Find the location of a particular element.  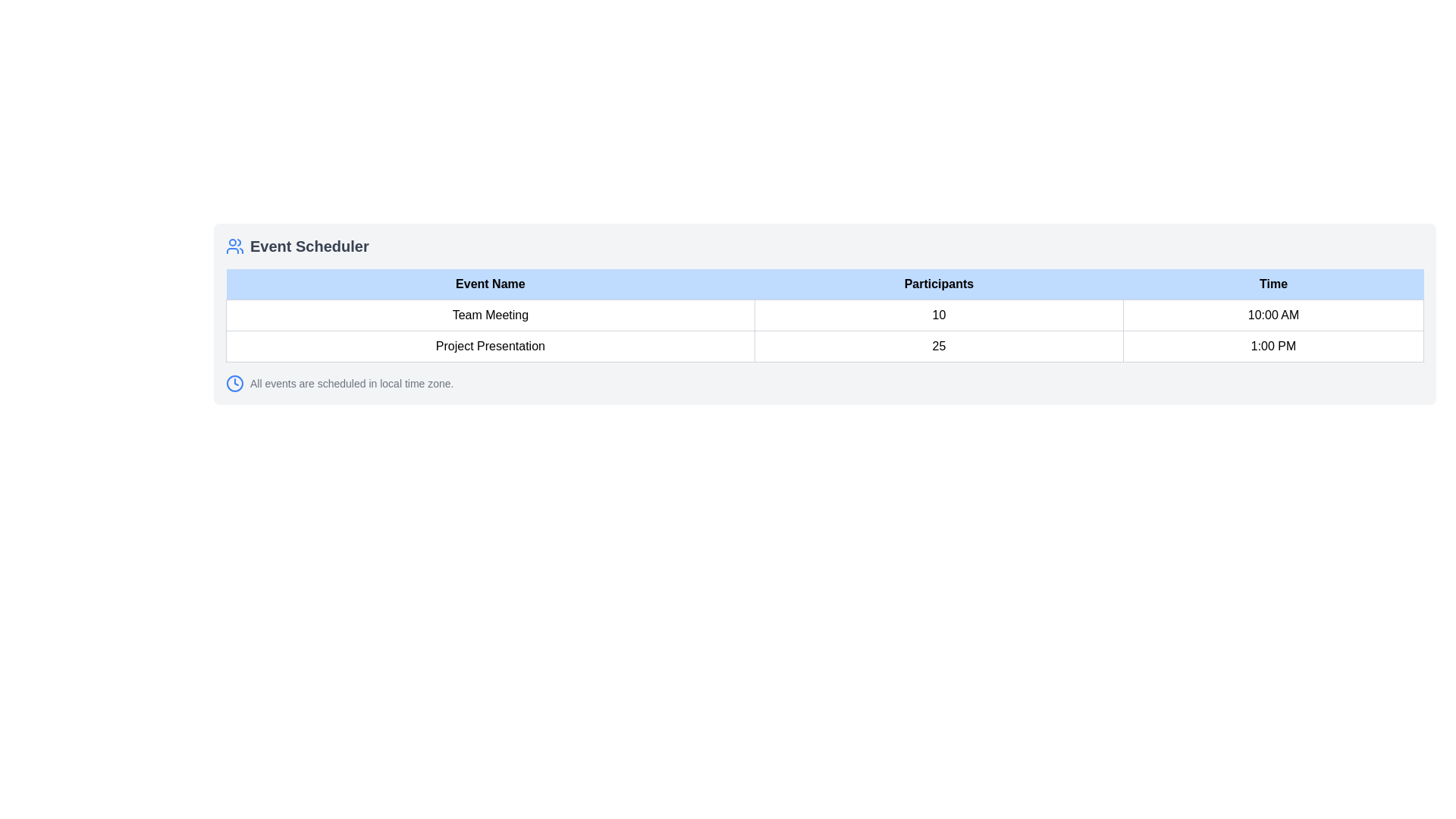

the 'Team Meeting' text label in the 'Event Scheduler' table, which displays the event name as part of the row labeled 'Team Meeting 10 10:00 AM.' is located at coordinates (490, 315).